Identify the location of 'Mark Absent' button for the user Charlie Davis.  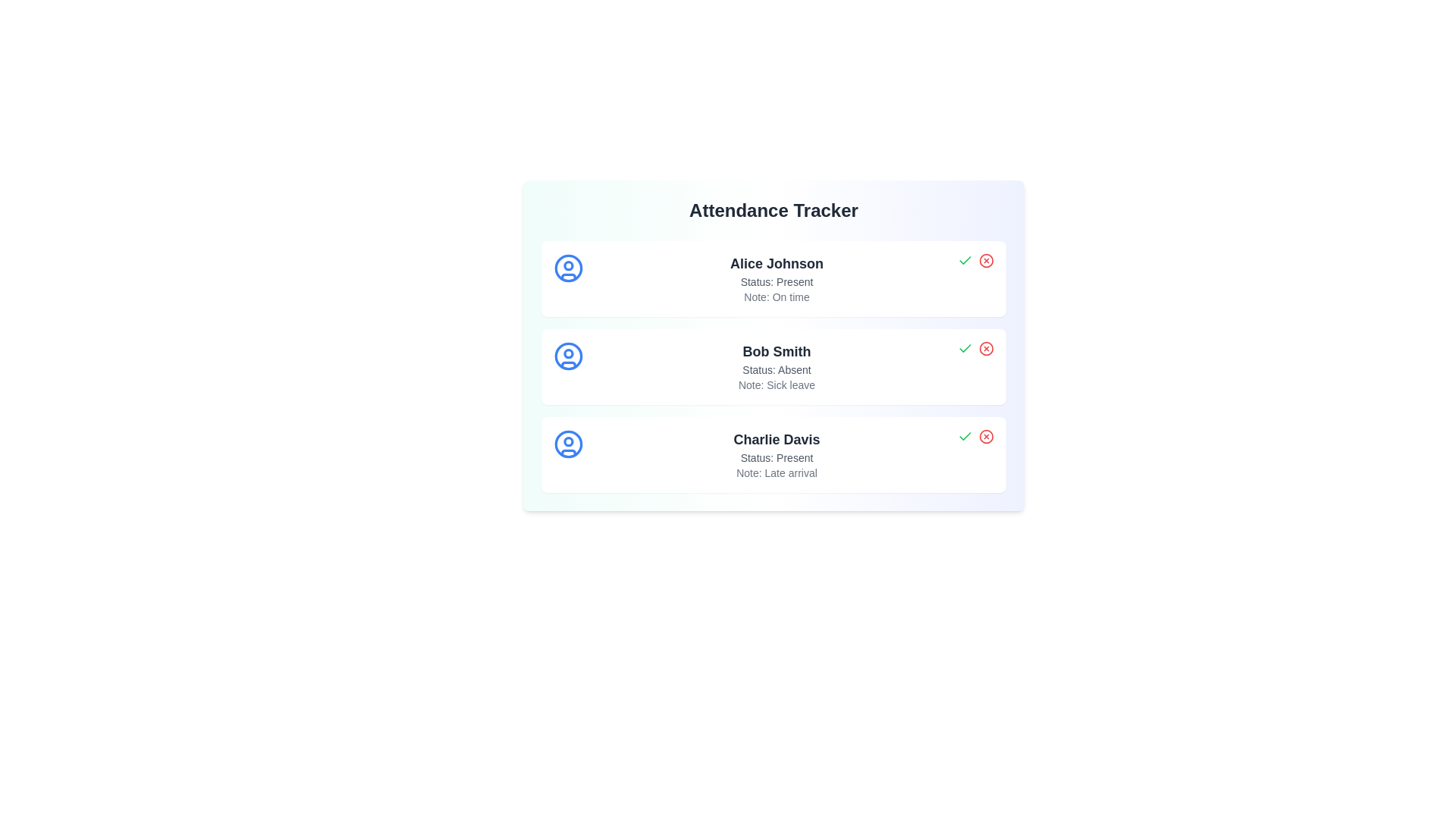
(986, 436).